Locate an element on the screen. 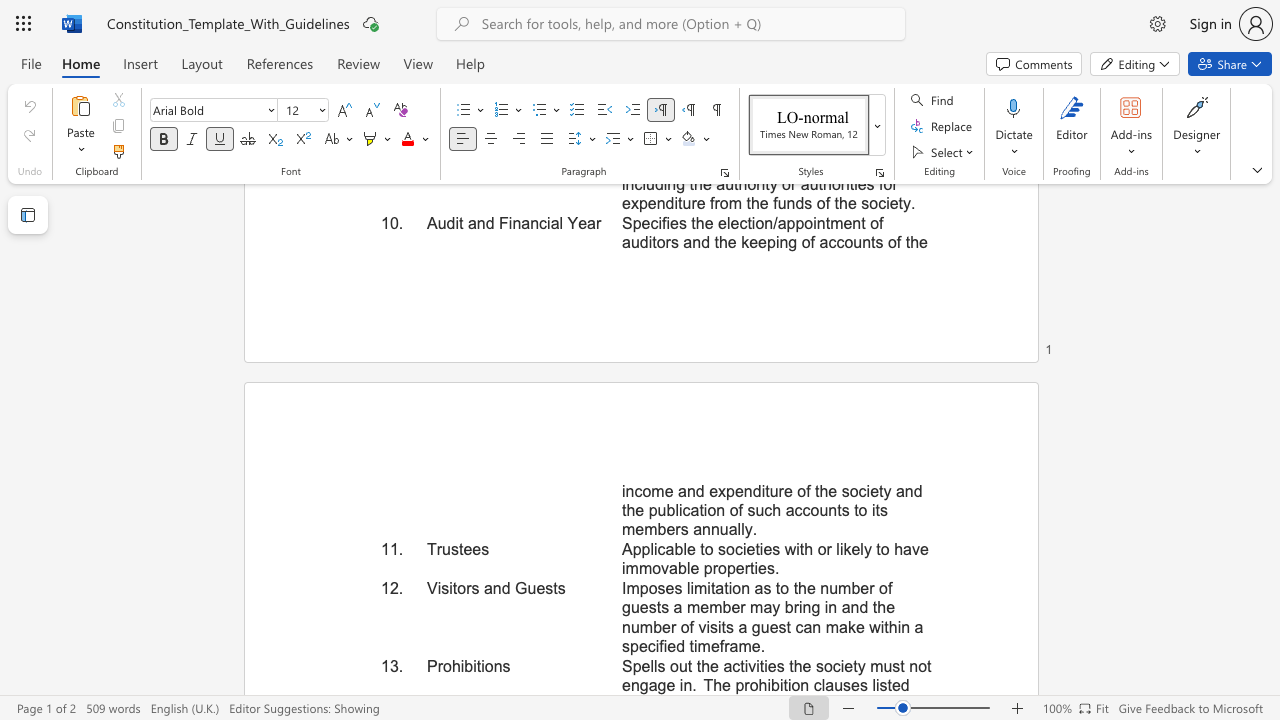 Image resolution: width=1280 pixels, height=720 pixels. the subset text "ber of guests a member may bring in" within the text "Imposes limitation as to the number of guests a member may bring in and the number of visits a guest can make within a specified" is located at coordinates (851, 587).